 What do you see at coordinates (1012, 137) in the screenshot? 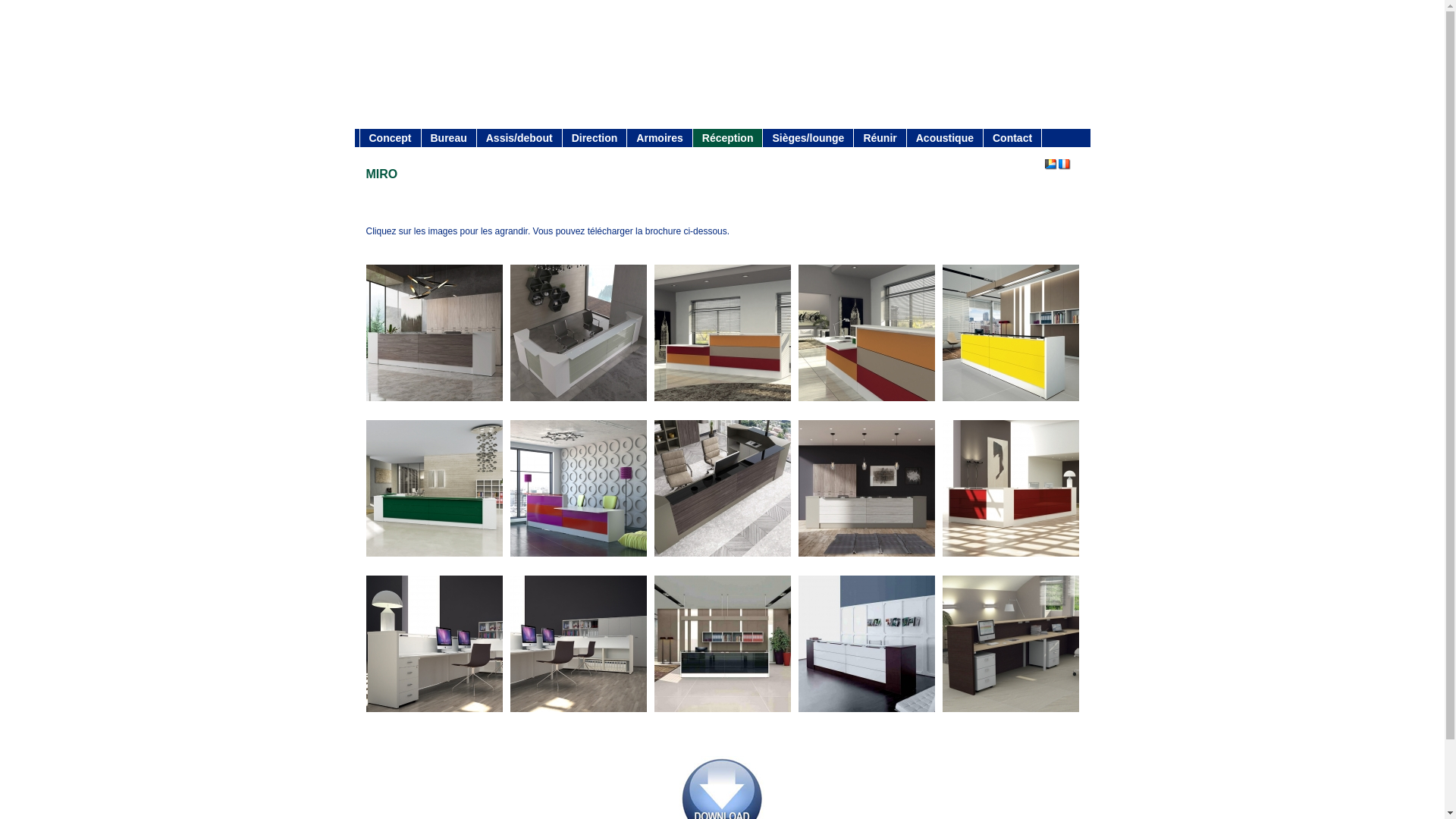
I see `'Contact'` at bounding box center [1012, 137].